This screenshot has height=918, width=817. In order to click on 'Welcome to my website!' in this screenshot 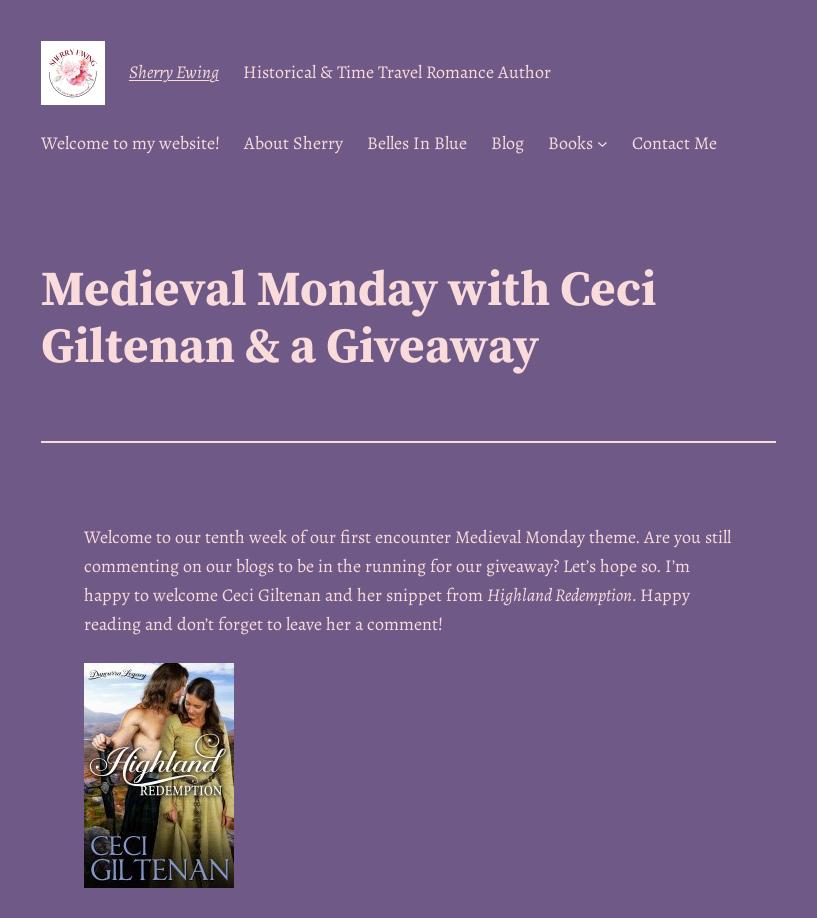, I will do `click(129, 141)`.